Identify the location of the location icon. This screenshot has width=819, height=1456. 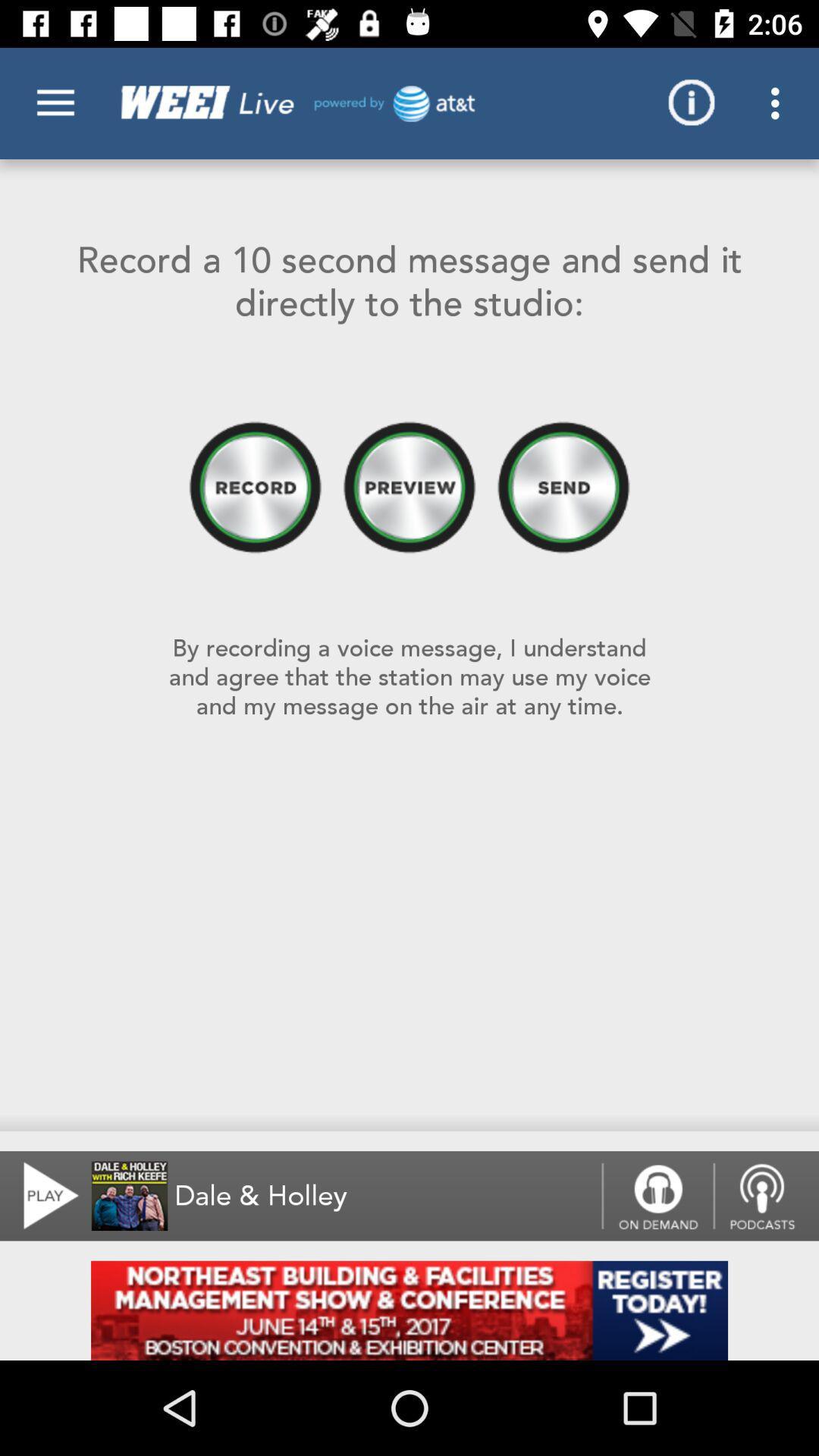
(766, 1195).